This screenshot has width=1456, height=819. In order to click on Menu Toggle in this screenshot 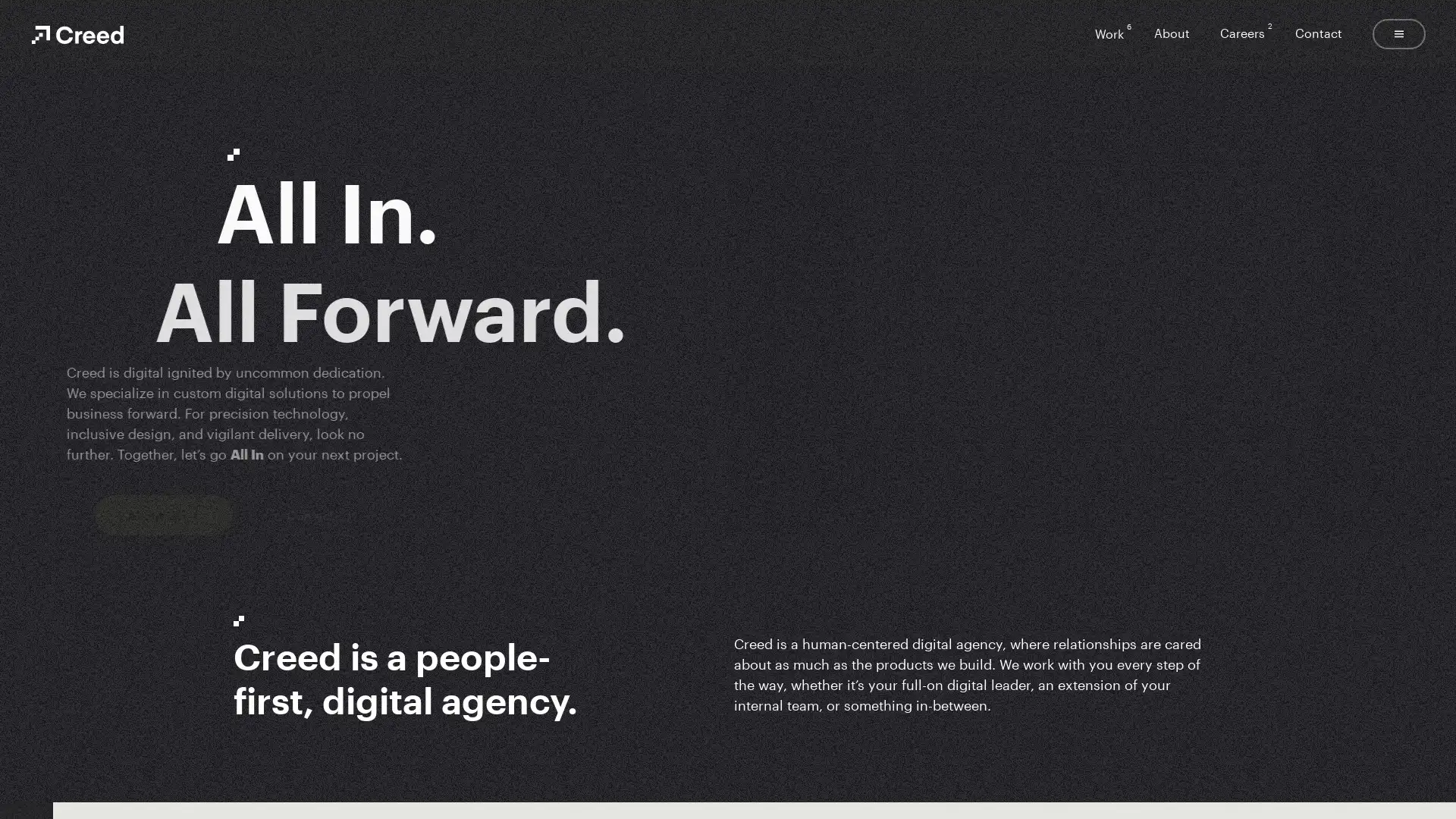, I will do `click(1398, 34)`.